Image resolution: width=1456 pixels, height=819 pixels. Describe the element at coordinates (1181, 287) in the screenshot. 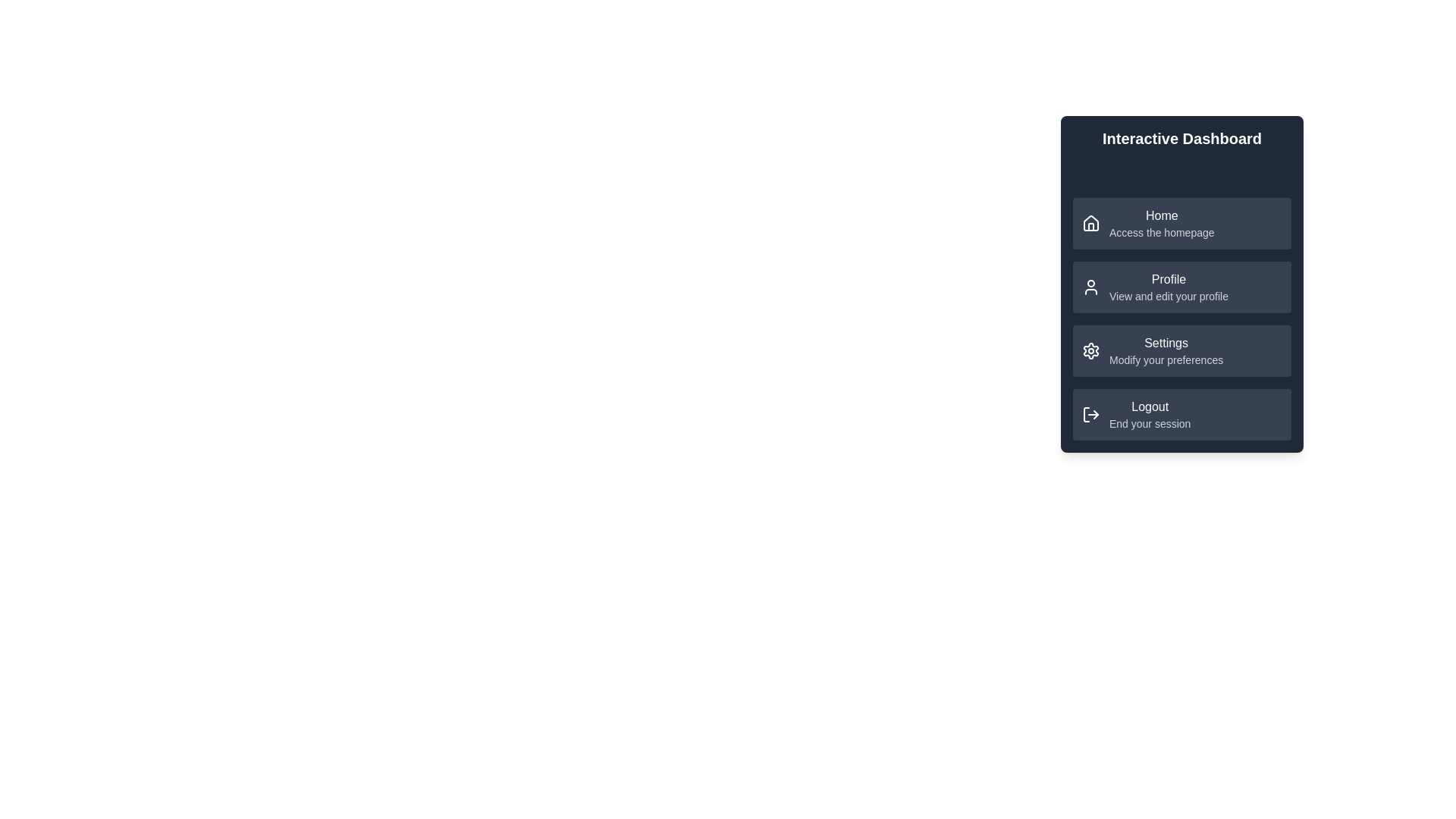

I see `the menu item labeled Profile to navigate to its linked page` at that location.